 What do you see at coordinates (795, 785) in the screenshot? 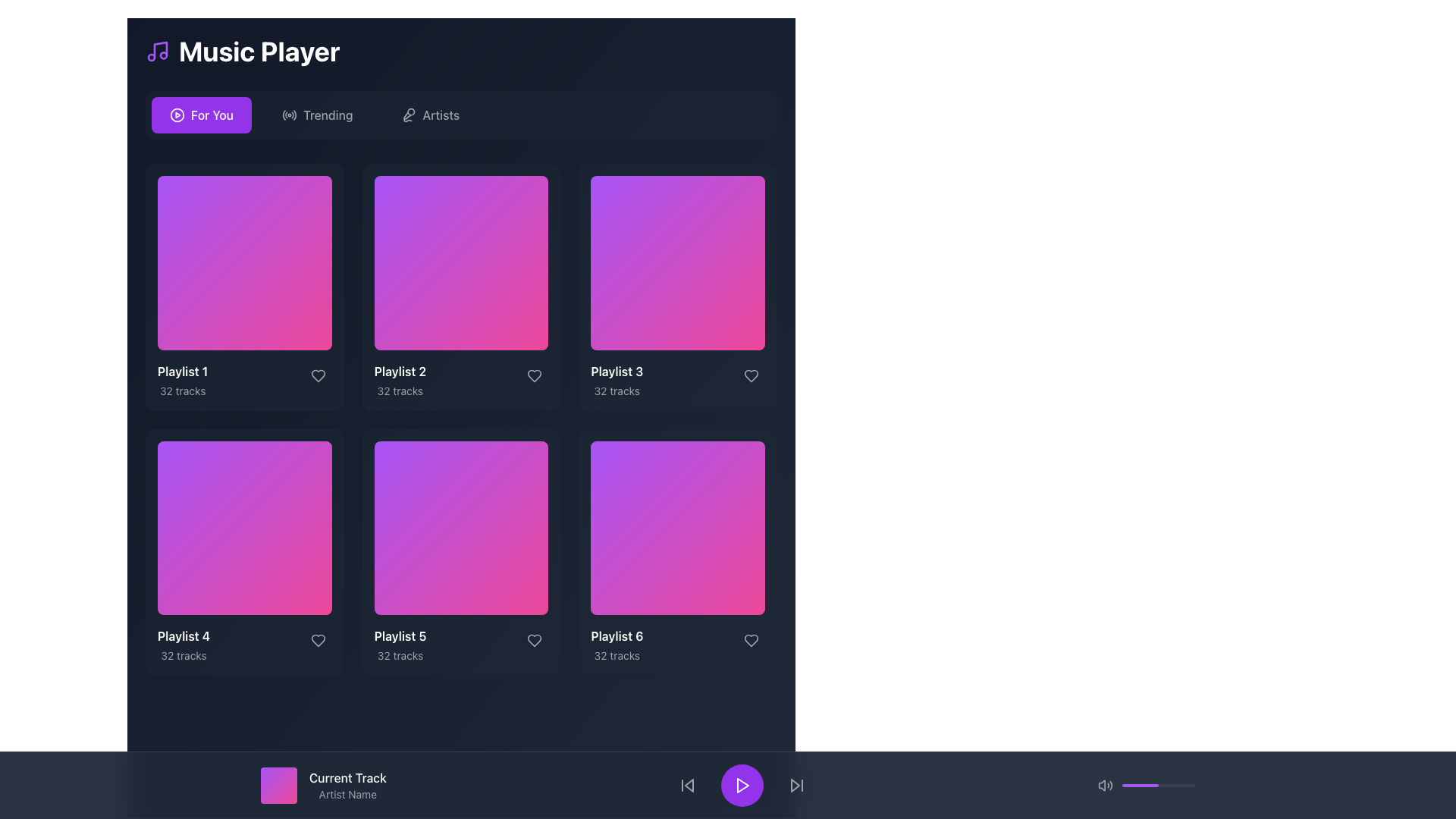
I see `the 'next track' button located at the bottom right of the music player interface` at bounding box center [795, 785].